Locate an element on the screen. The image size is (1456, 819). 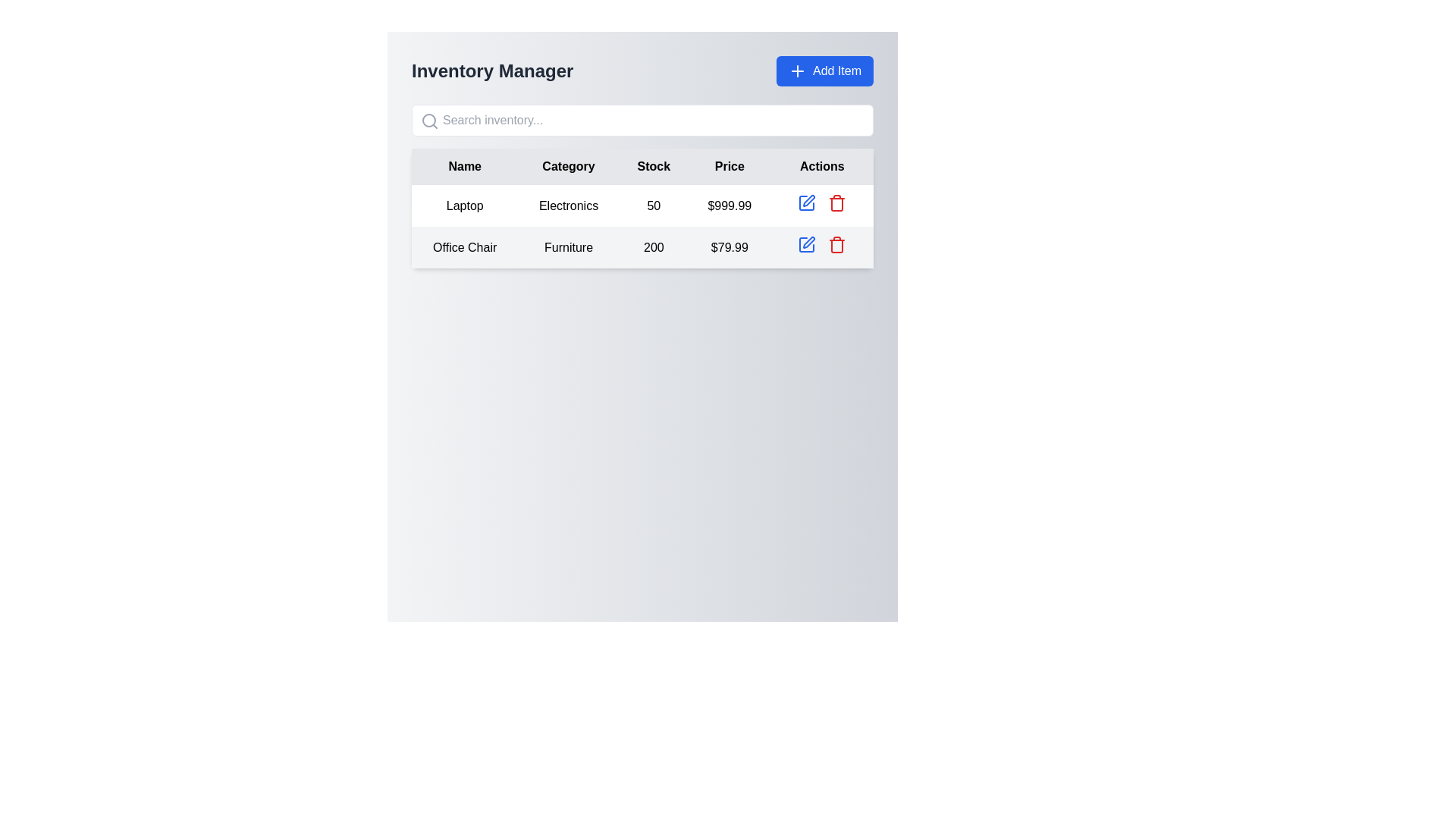
the edit icon for the 'Furniture' entry in the Actions column of the table is located at coordinates (806, 244).